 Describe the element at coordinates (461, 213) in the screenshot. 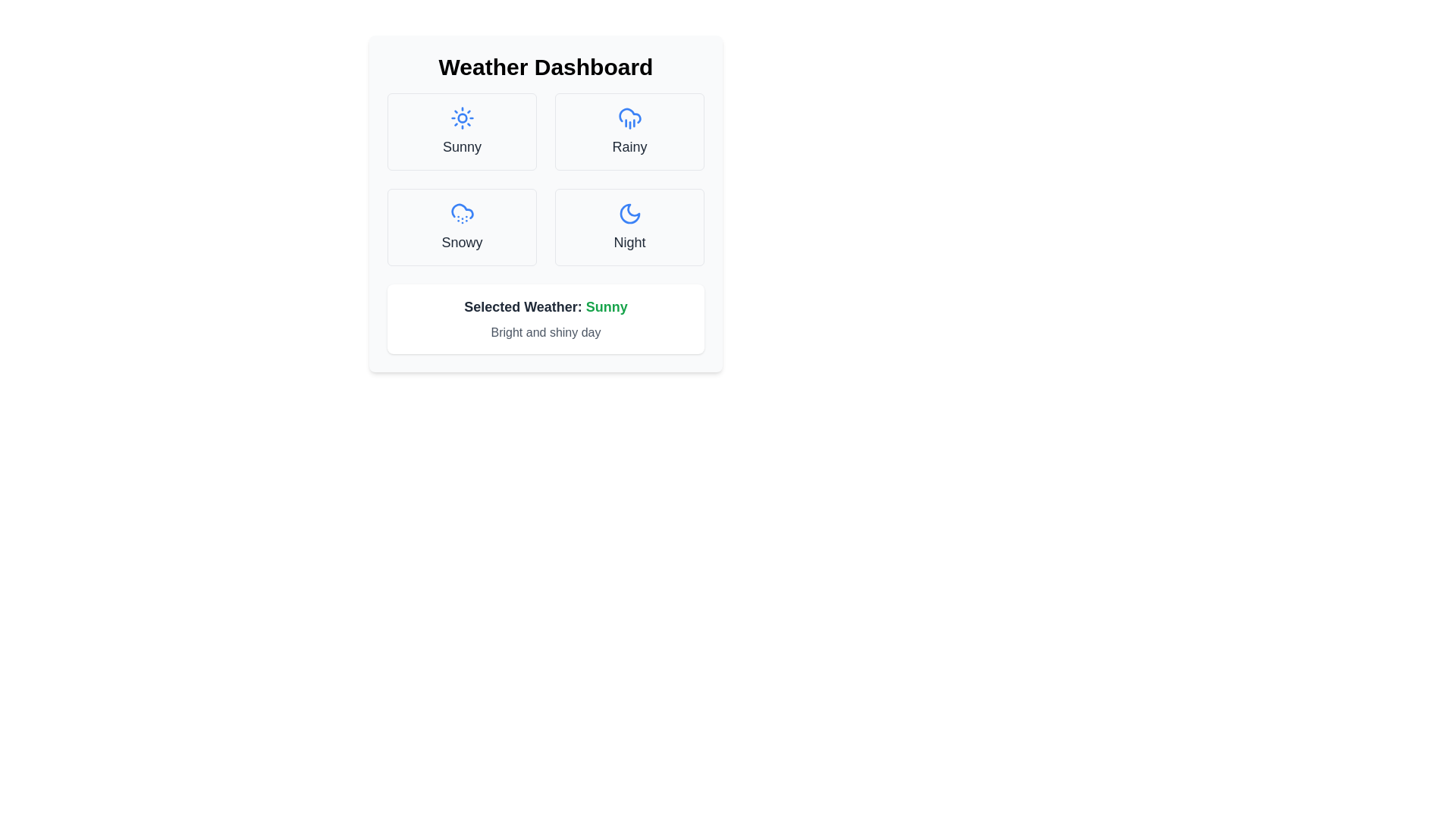

I see `the cloud-shaped icon filled with blue and white shades, which represents the 'Snowy' weather option in the weather dashboard interface` at that location.